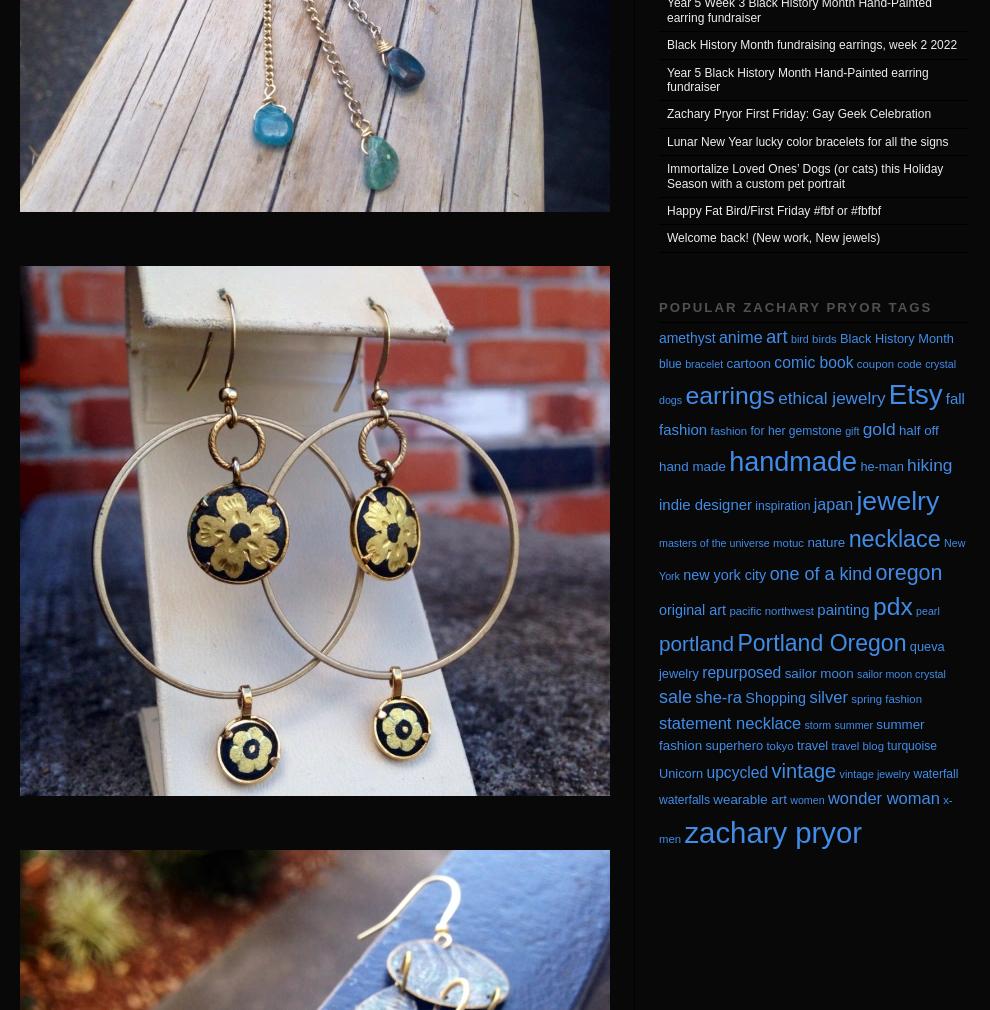  What do you see at coordinates (659, 465) in the screenshot?
I see `'hand made'` at bounding box center [659, 465].